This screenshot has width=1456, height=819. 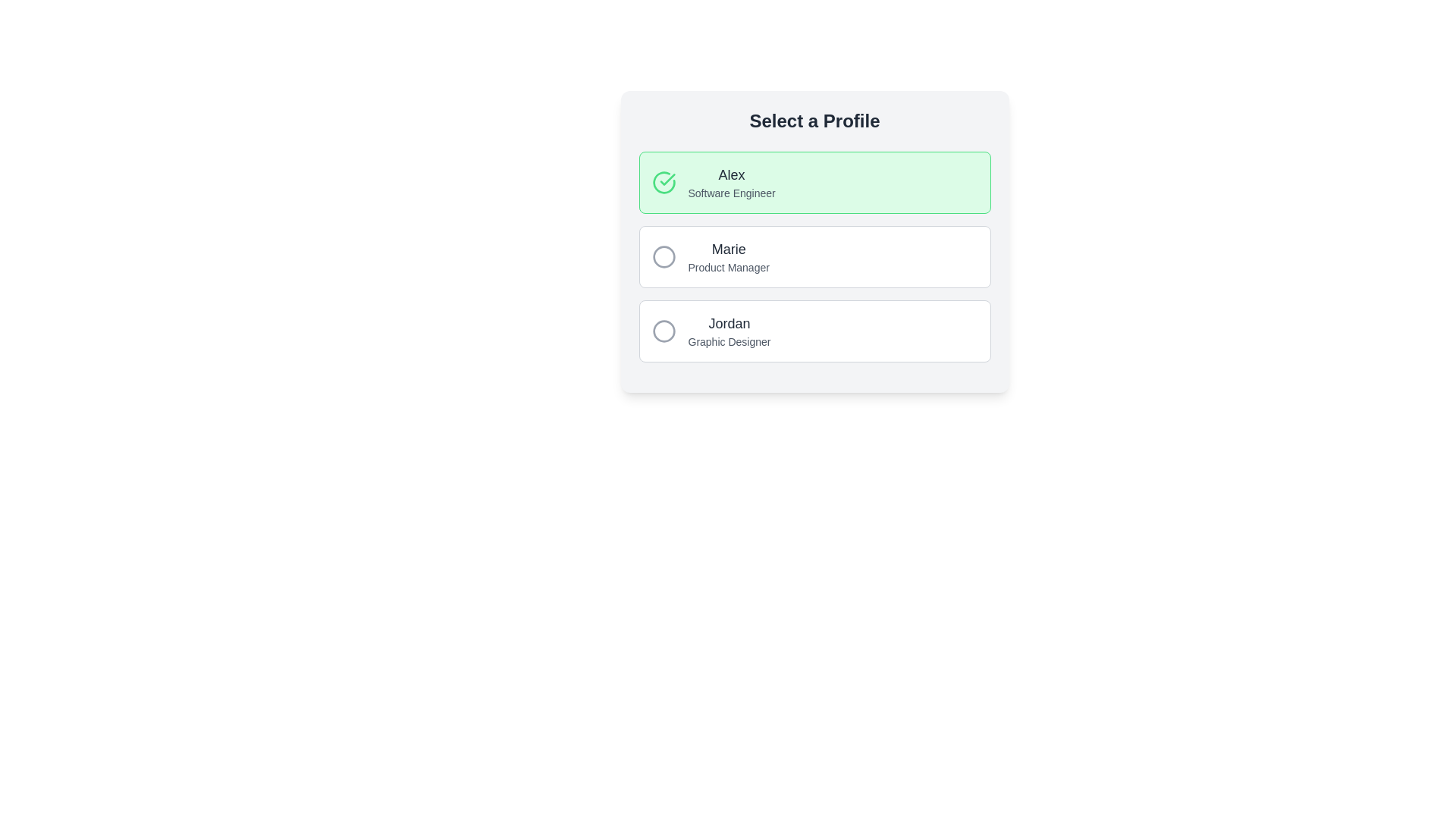 I want to click on the button labeled 'Marie, Product Manager', so click(x=814, y=256).